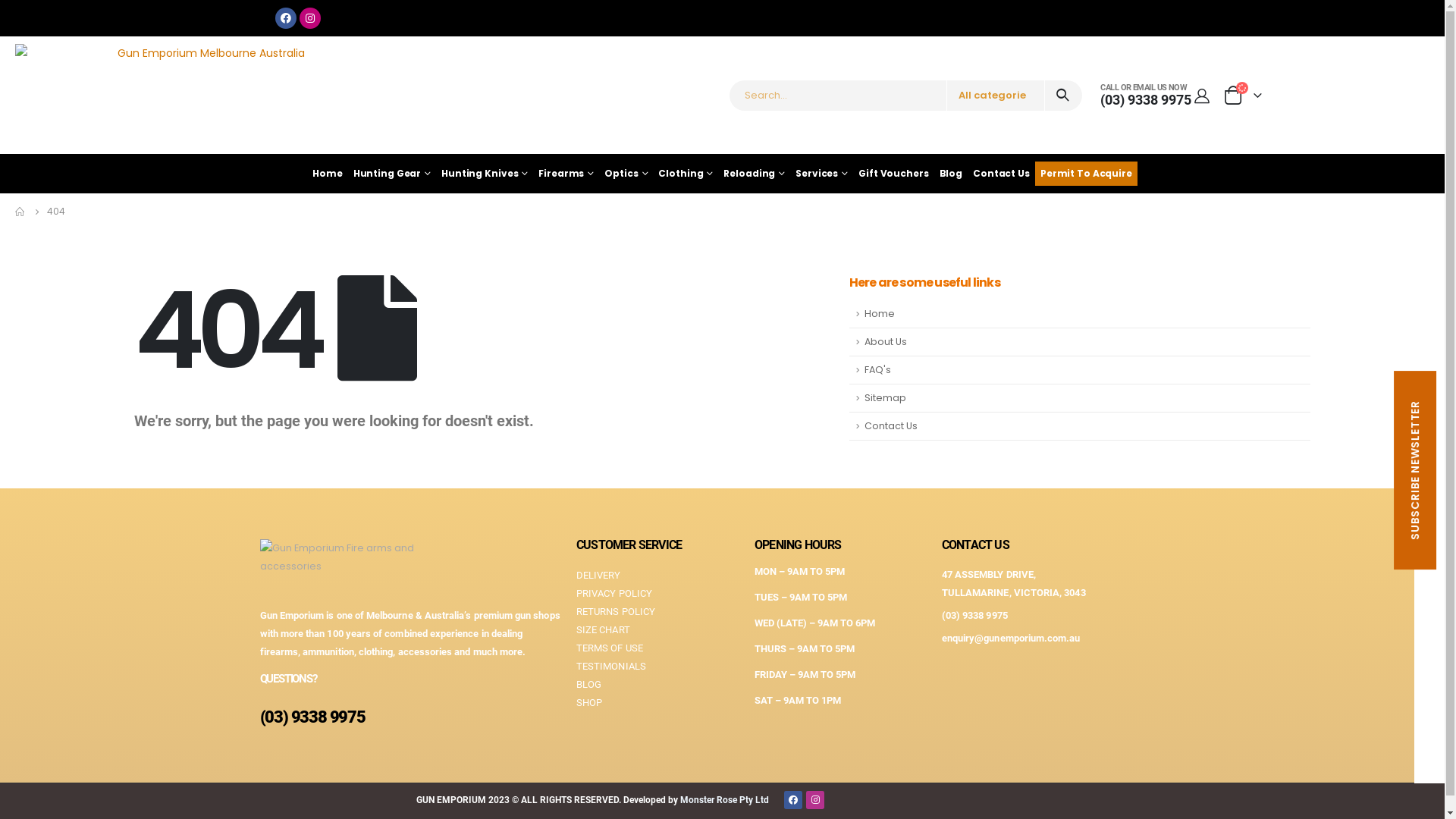 The width and height of the screenshot is (1456, 819). Describe the element at coordinates (941, 615) in the screenshot. I see `'(03) 9338 9975'` at that location.